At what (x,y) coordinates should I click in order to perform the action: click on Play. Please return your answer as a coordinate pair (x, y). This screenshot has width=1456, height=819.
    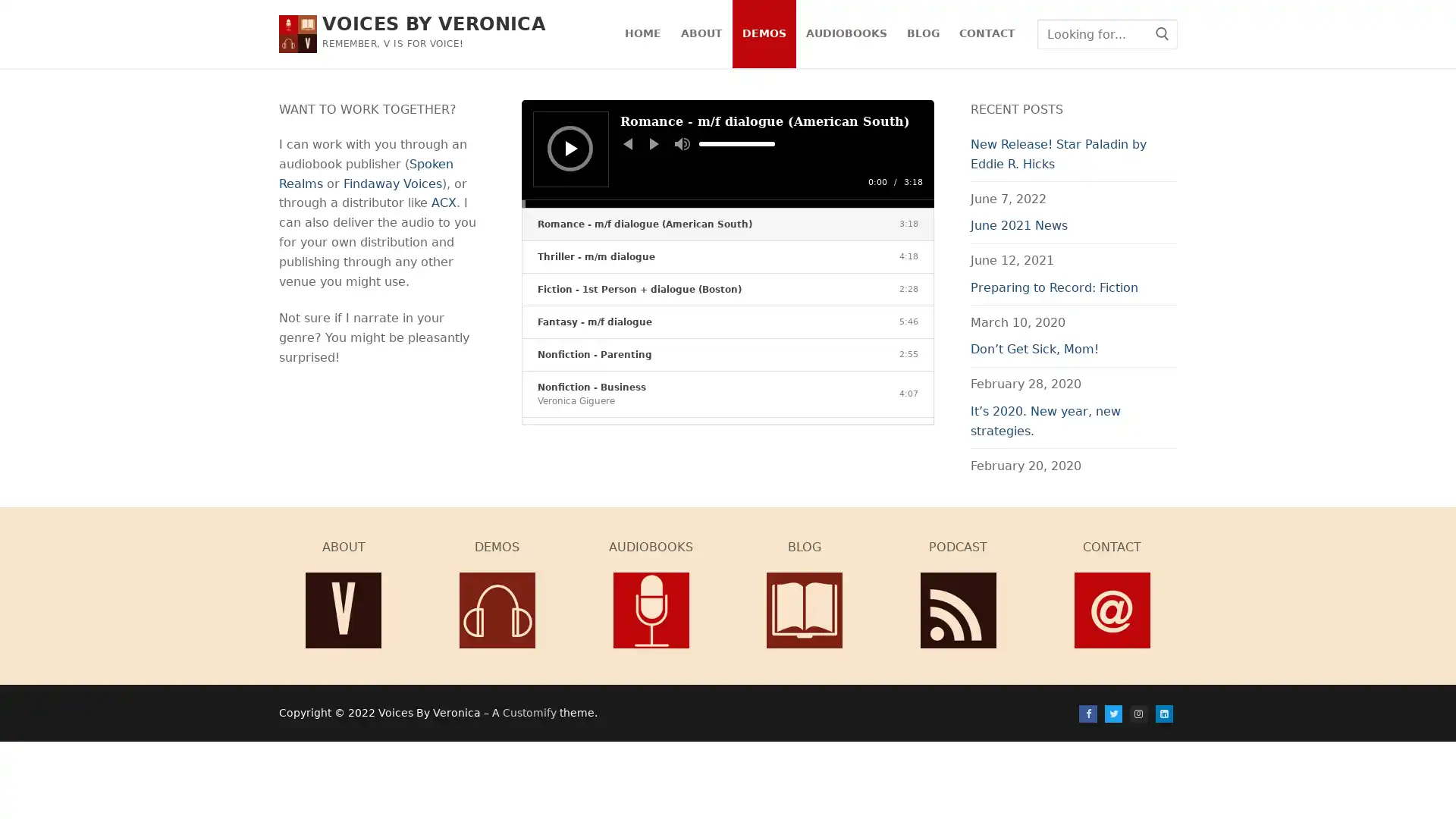
    Looking at the image, I should click on (570, 148).